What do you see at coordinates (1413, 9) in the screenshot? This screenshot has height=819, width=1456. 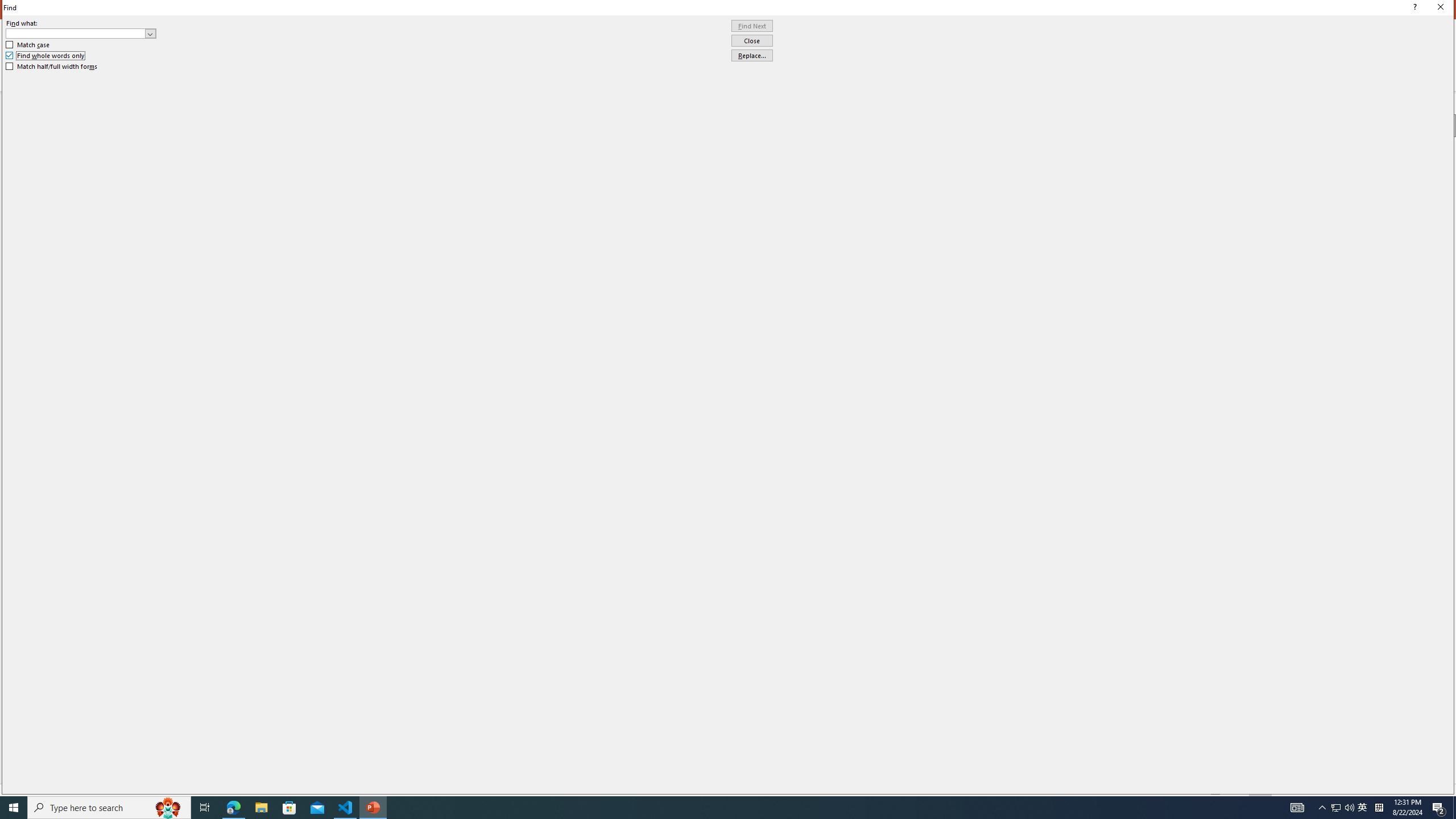 I see `'Context help'` at bounding box center [1413, 9].